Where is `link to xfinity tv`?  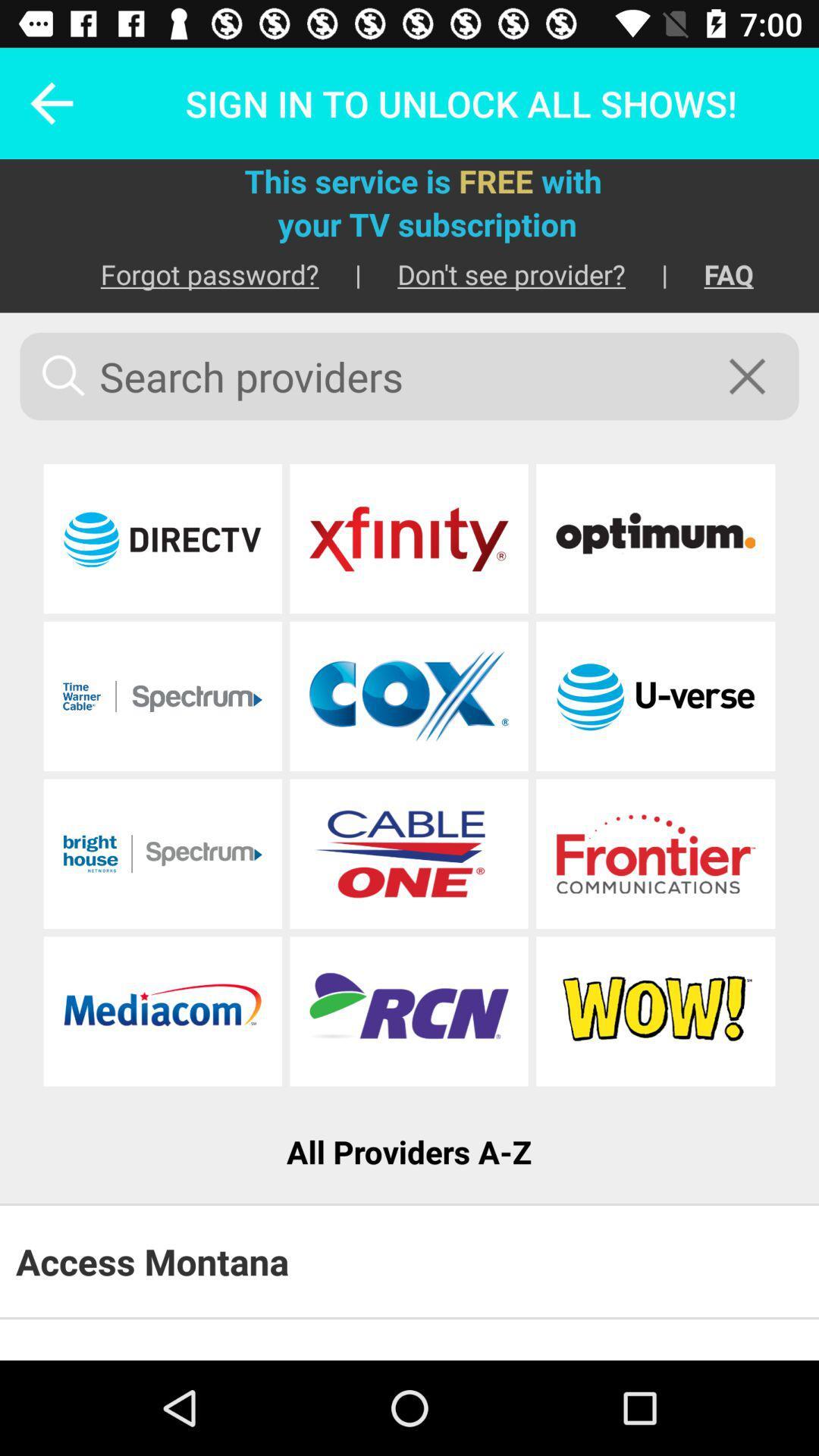 link to xfinity tv is located at coordinates (408, 538).